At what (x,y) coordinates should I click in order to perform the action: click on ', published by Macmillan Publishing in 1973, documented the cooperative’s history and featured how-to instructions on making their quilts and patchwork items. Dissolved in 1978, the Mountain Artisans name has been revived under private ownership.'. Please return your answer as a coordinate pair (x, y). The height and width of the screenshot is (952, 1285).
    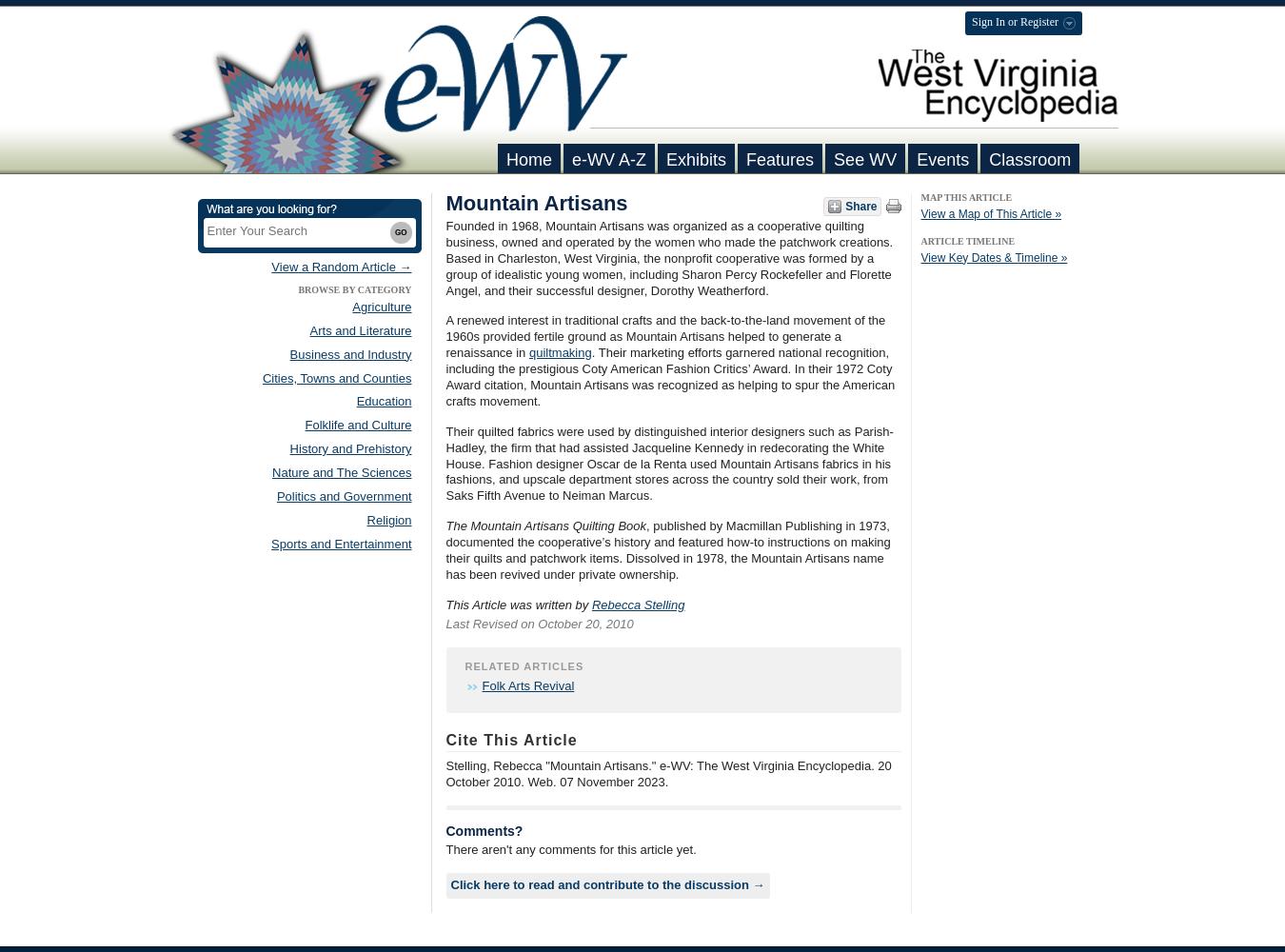
    Looking at the image, I should click on (666, 548).